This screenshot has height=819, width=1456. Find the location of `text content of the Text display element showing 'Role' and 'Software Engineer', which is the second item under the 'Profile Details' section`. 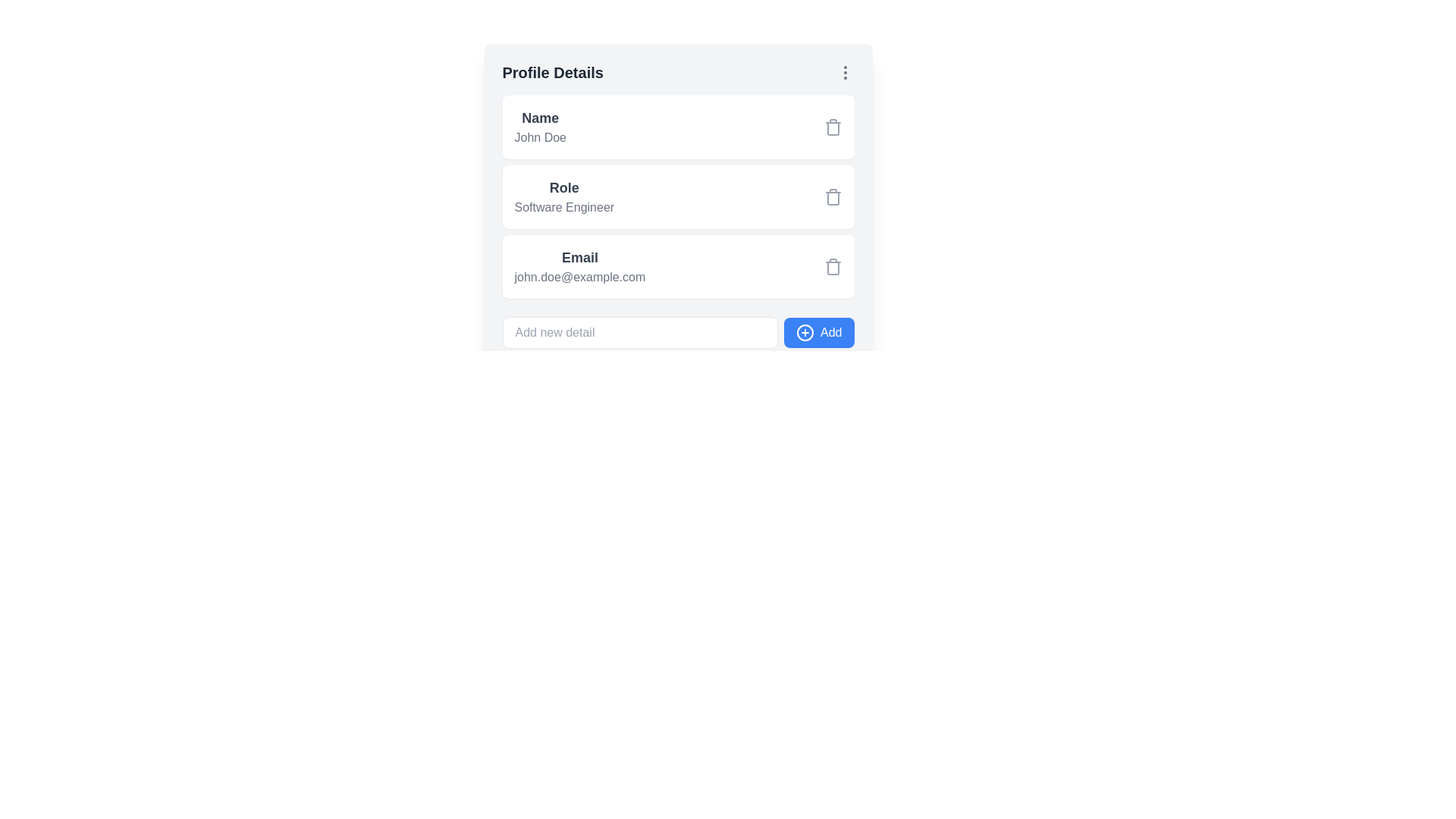

text content of the Text display element showing 'Role' and 'Software Engineer', which is the second item under the 'Profile Details' section is located at coordinates (563, 196).